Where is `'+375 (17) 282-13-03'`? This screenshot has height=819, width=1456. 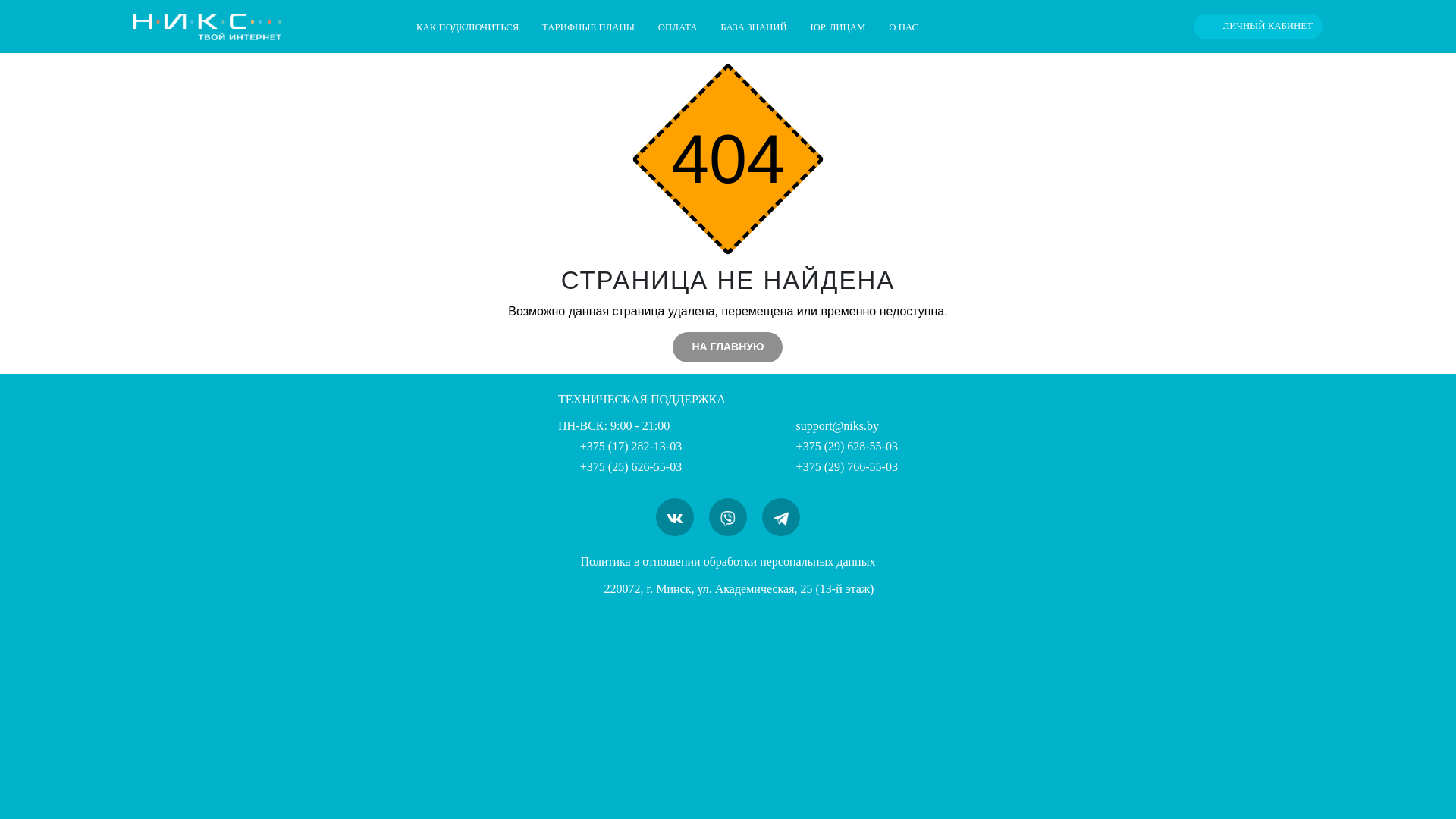
'+375 (17) 282-13-03' is located at coordinates (620, 445).